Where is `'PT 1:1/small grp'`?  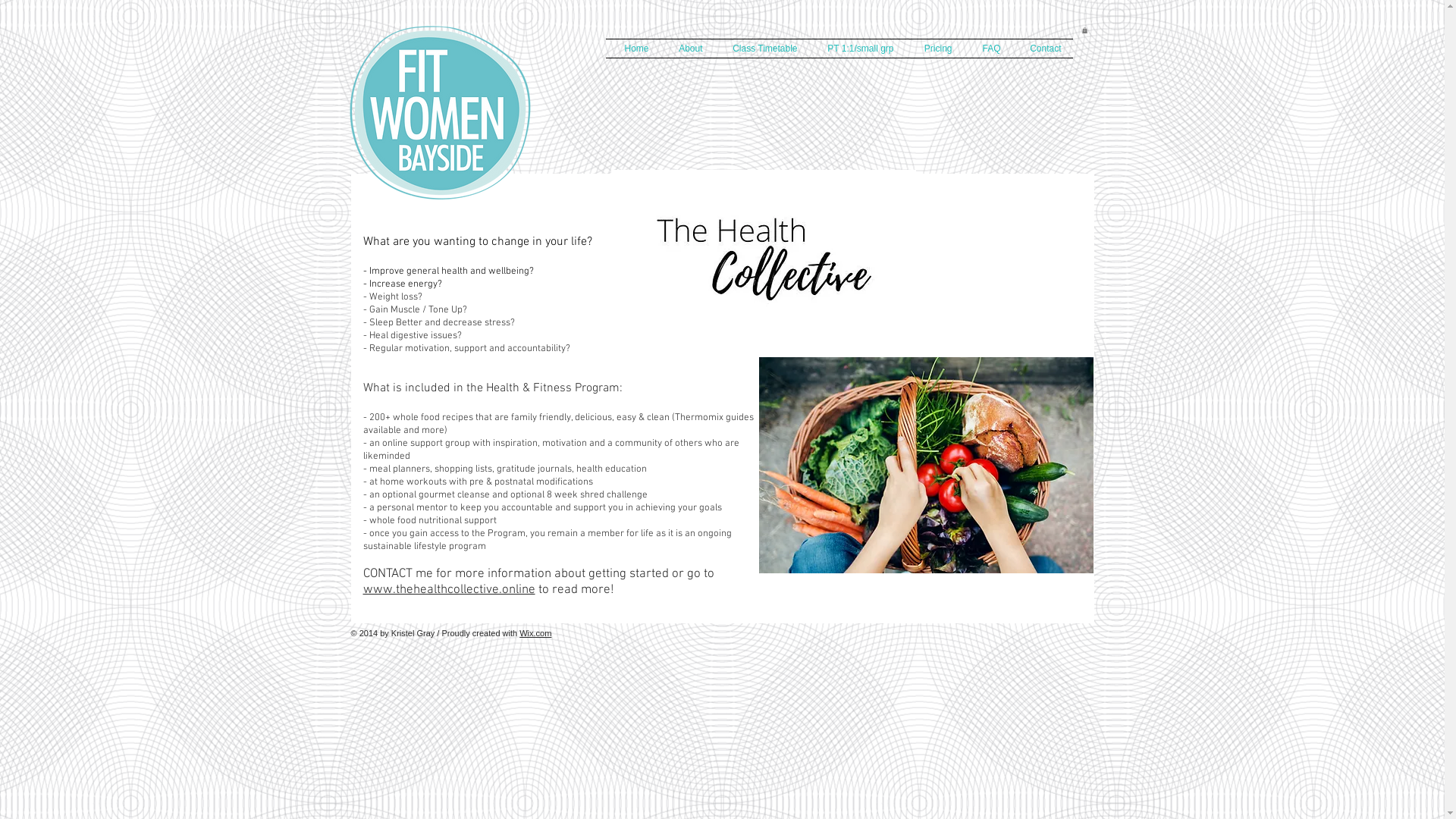
'PT 1:1/small grp' is located at coordinates (807, 48).